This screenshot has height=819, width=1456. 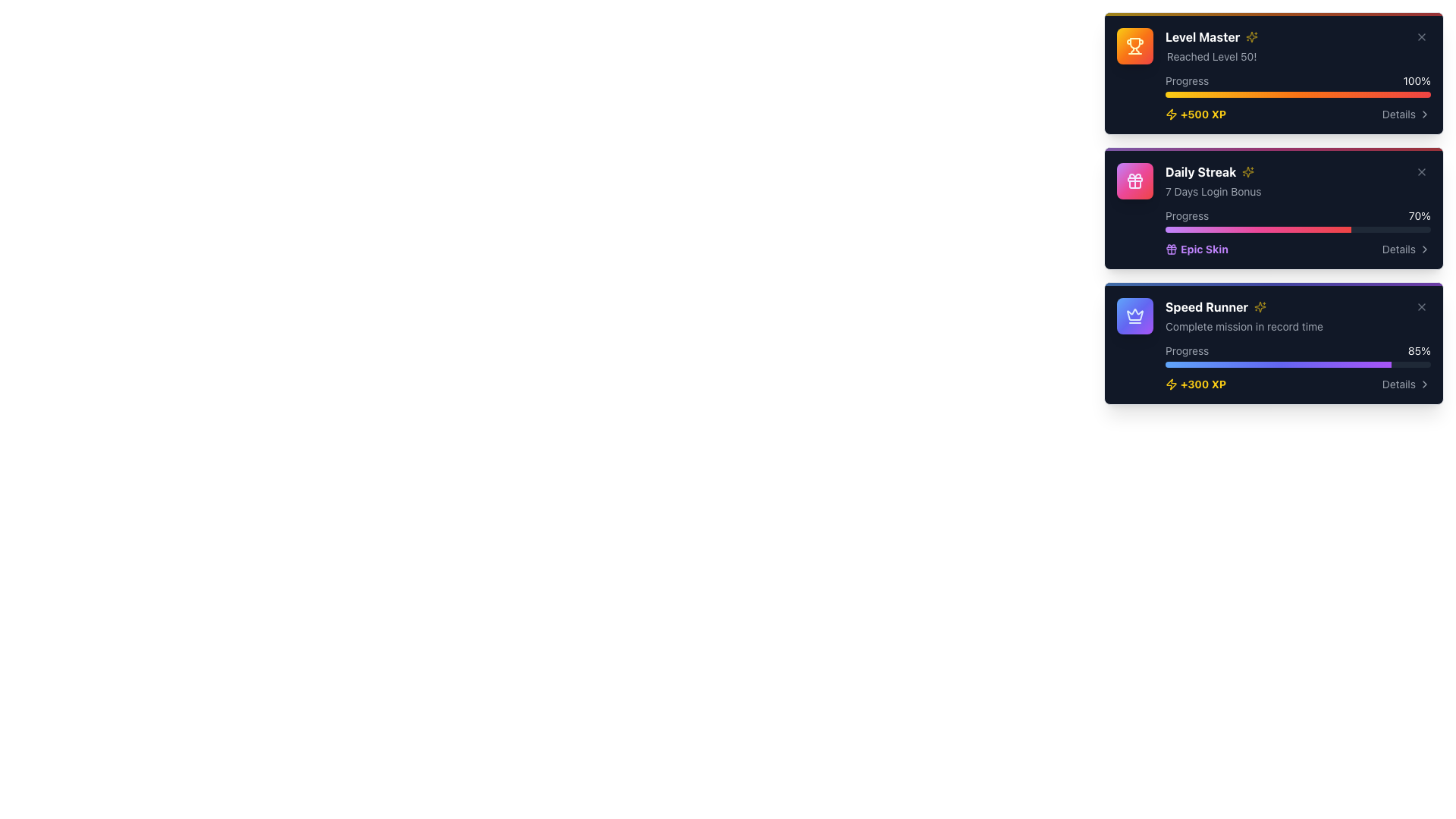 I want to click on the static information text that indicates a 7-day login bonus, which is the second item in the vertical list between 'Level Master' and 'Speed Runner', so click(x=1213, y=180).